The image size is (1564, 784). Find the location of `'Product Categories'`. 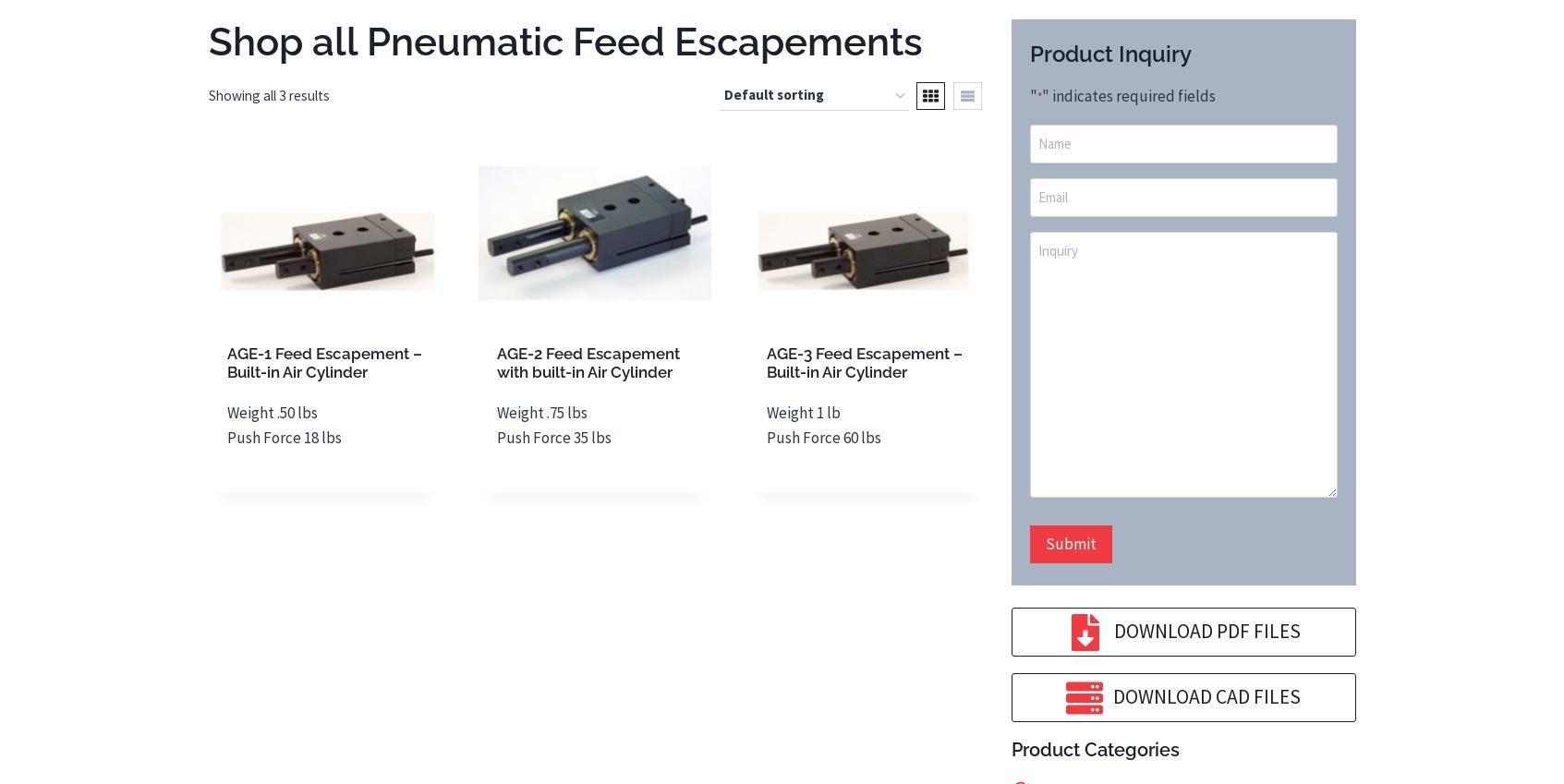

'Product Categories' is located at coordinates (1093, 749).